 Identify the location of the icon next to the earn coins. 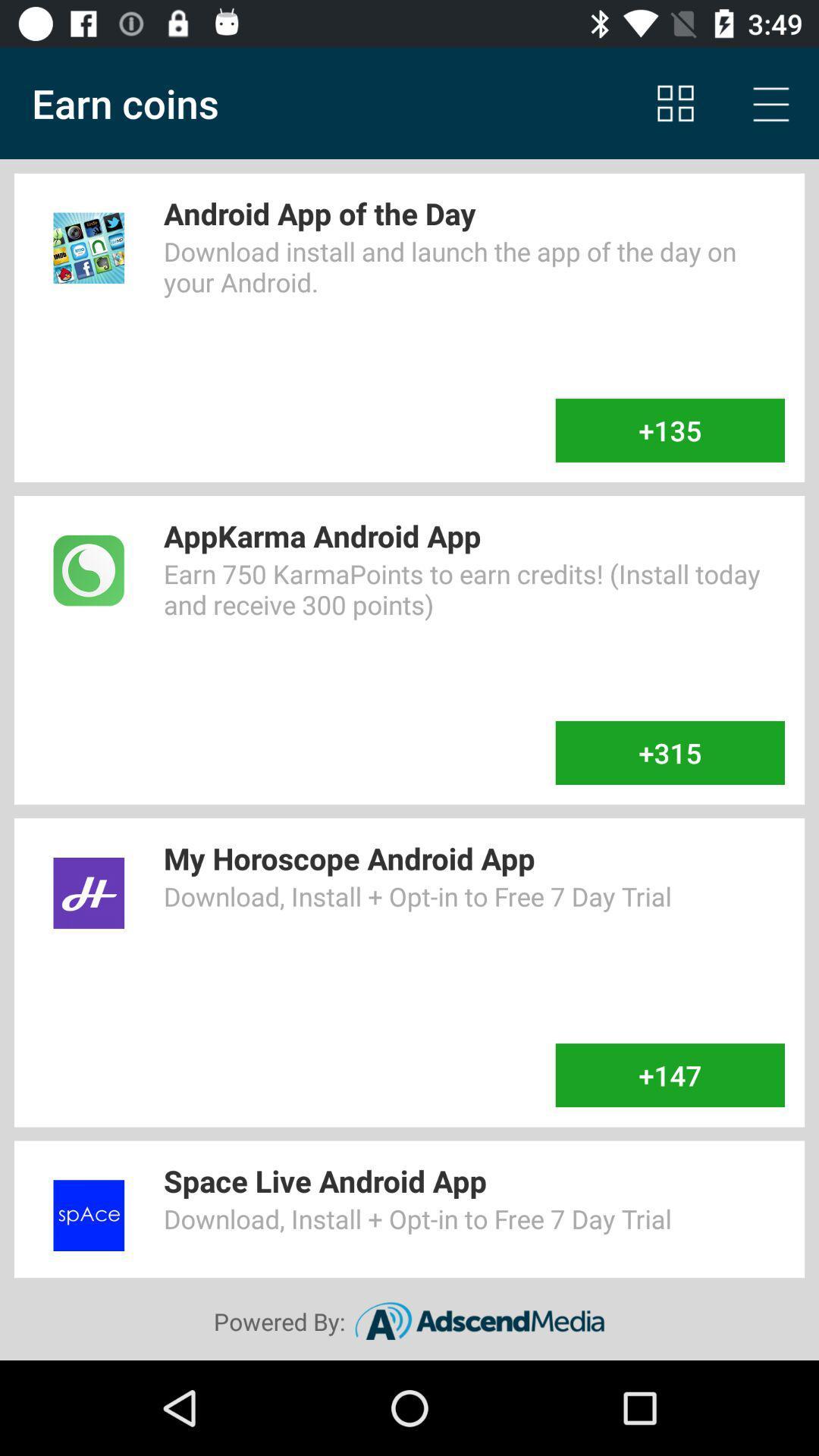
(675, 102).